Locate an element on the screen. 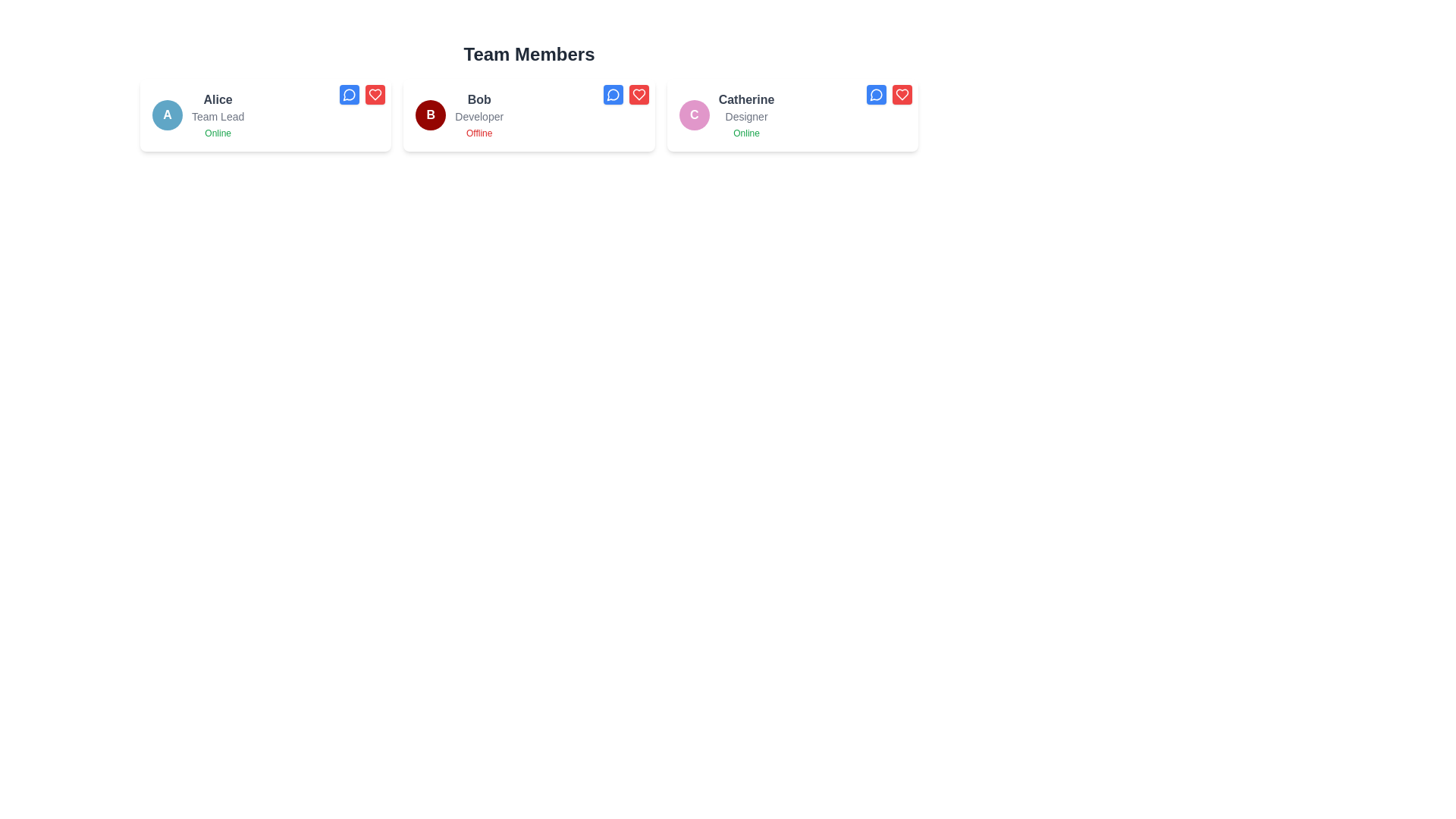 The height and width of the screenshot is (819, 1456). the messaging icon for user 'Bob' is located at coordinates (613, 94).